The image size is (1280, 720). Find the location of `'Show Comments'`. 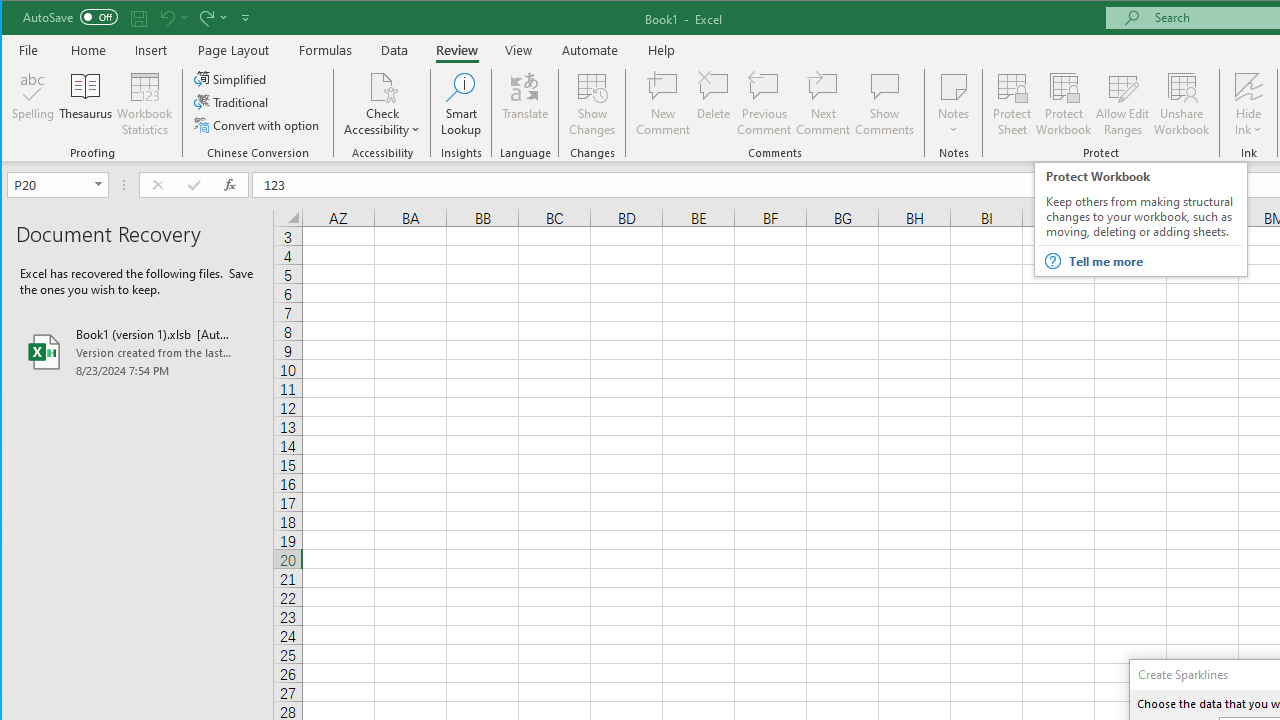

'Show Comments' is located at coordinates (883, 104).